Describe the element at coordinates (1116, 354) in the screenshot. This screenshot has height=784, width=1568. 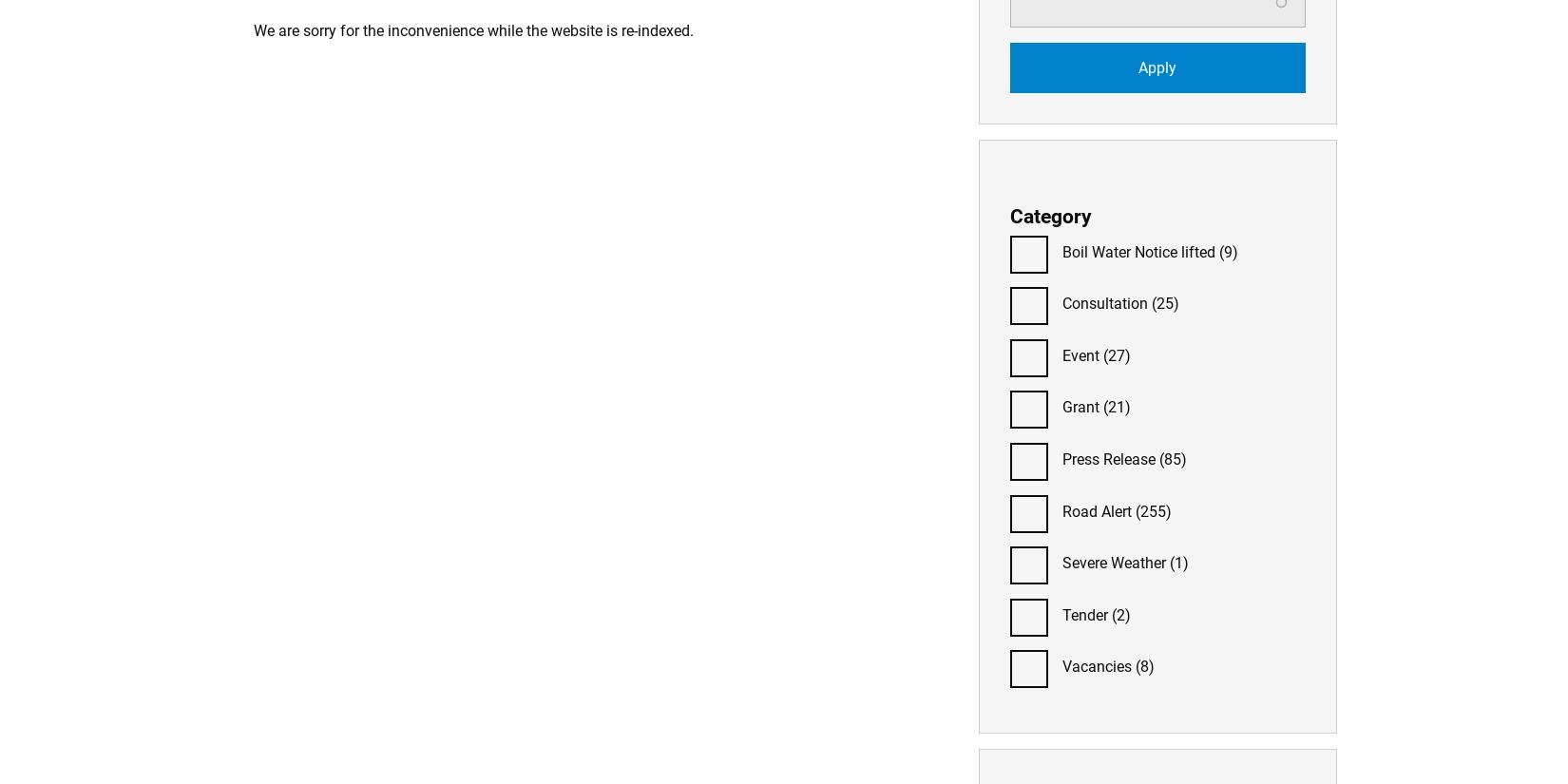
I see `'(27)'` at that location.